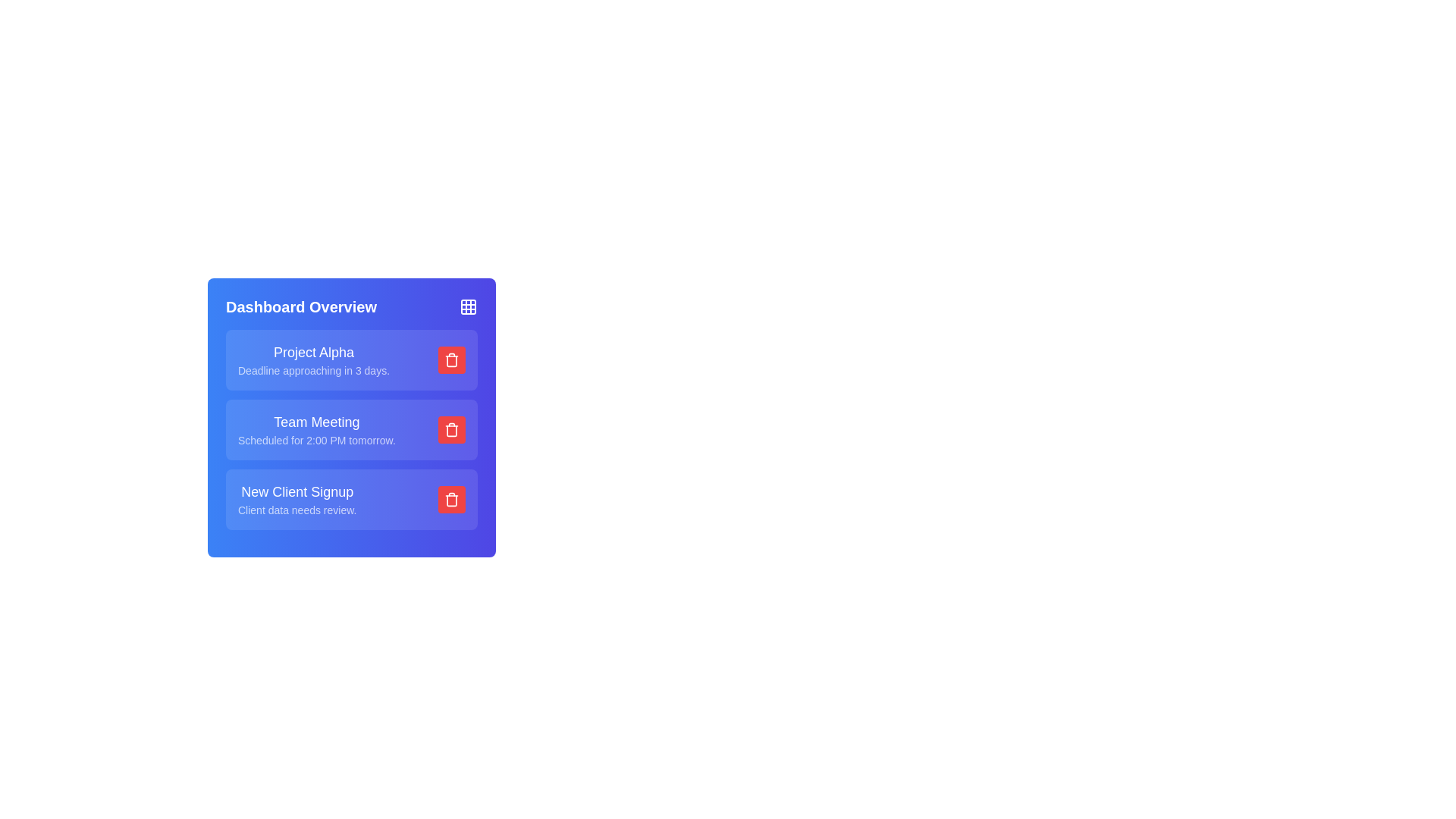  What do you see at coordinates (297, 500) in the screenshot?
I see `the text block that summarizes a task or notification about a new client signup in the Dashboard Overview panel` at bounding box center [297, 500].